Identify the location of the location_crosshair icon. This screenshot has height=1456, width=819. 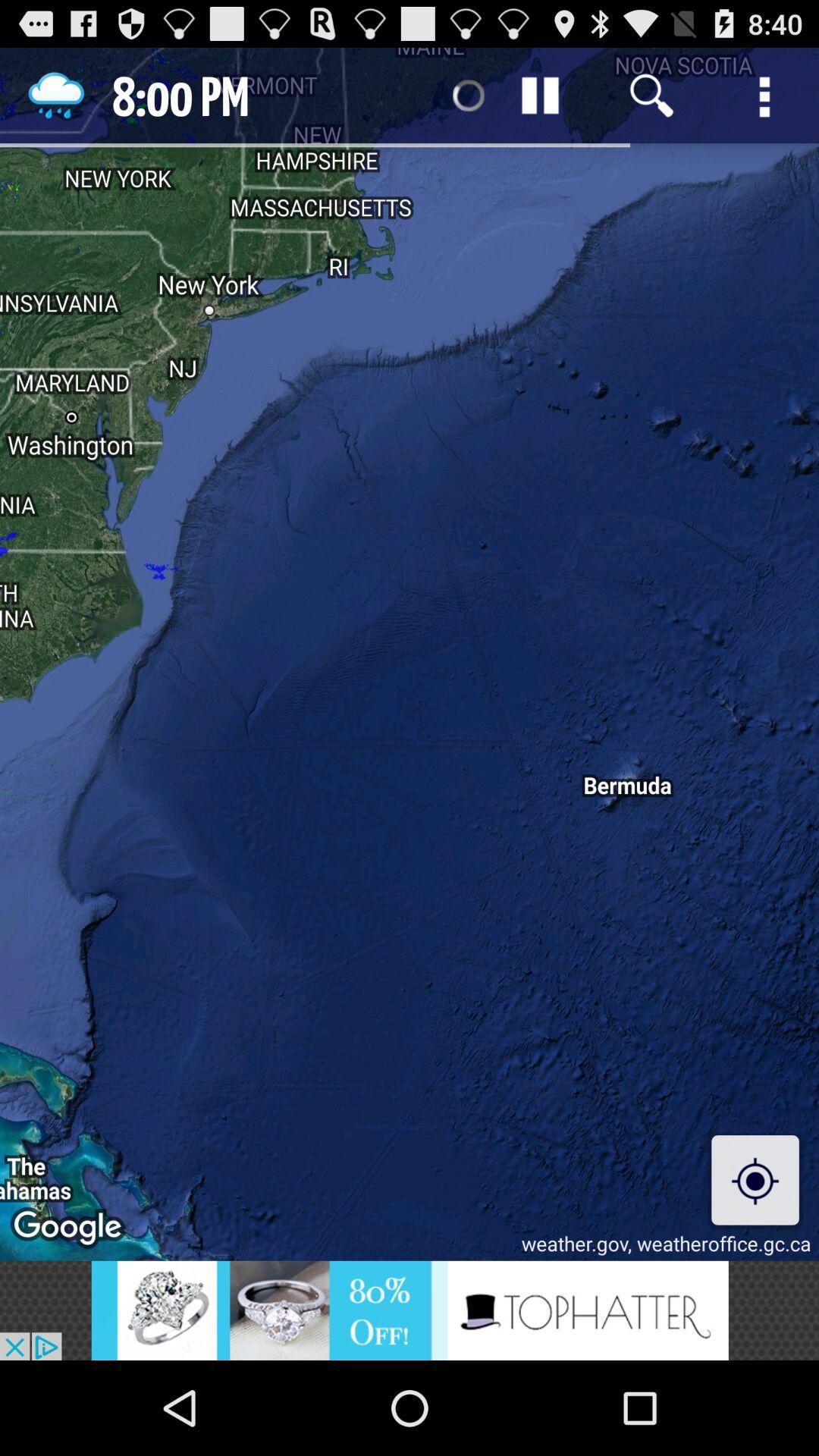
(755, 1264).